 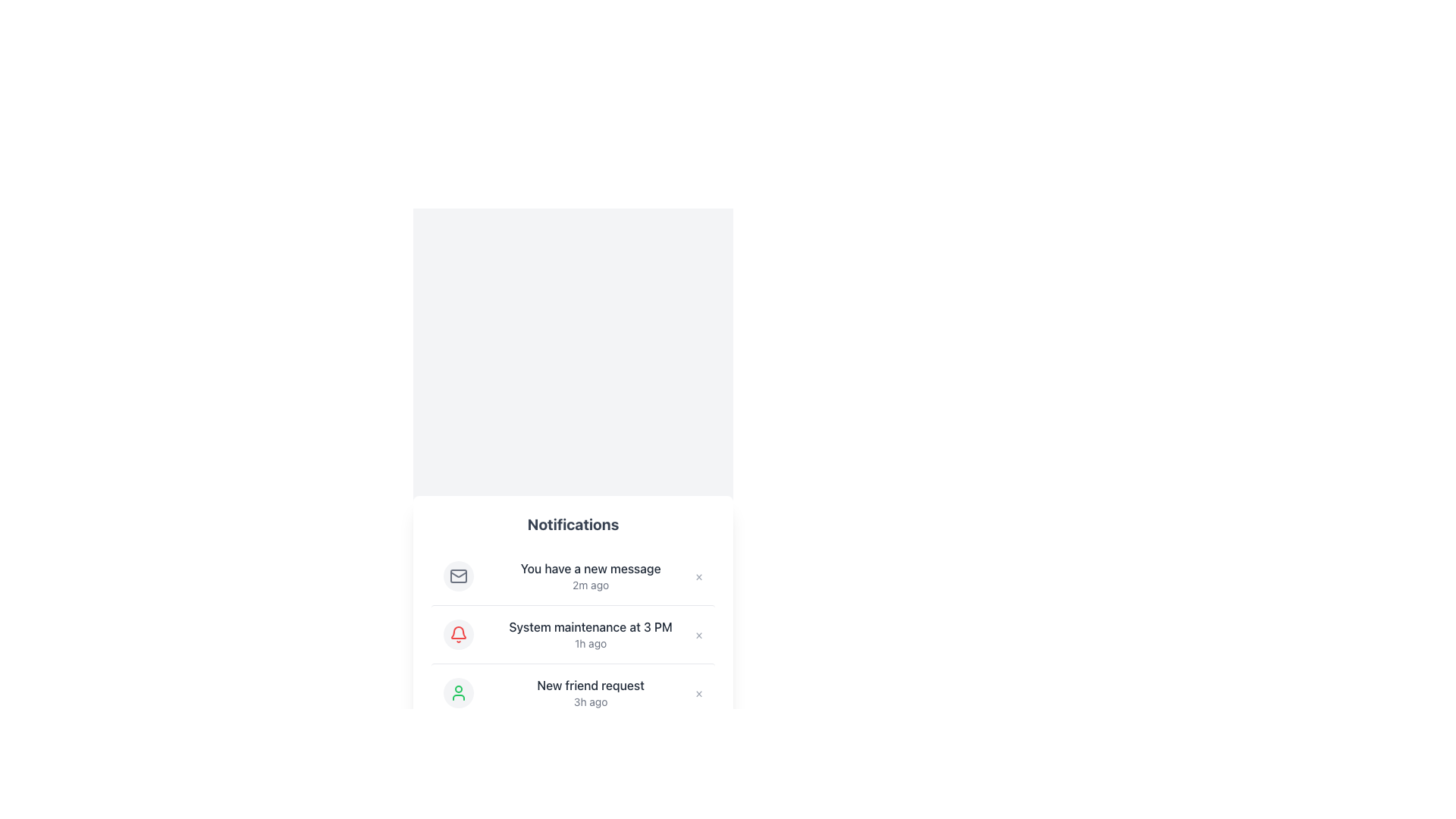 I want to click on the text label that provides relative time information about the associated notification, located directly underneath the 'System maintenance at 3 PM' text in the notifications block, so click(x=590, y=643).